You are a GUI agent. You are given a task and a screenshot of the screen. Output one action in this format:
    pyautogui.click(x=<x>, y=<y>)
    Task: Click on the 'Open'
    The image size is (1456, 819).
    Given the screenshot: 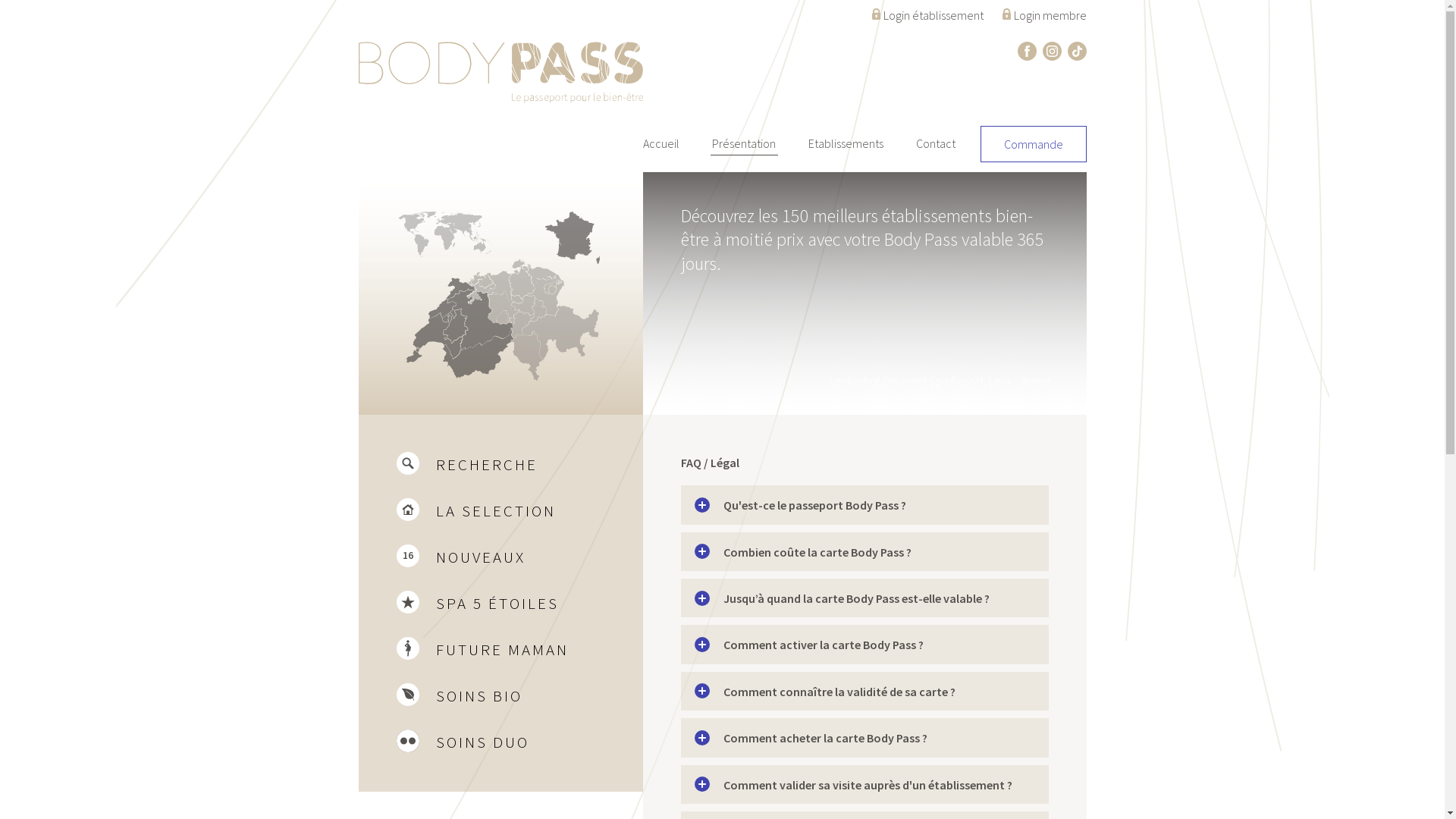 What is the action you would take?
    pyautogui.click(x=701, y=644)
    